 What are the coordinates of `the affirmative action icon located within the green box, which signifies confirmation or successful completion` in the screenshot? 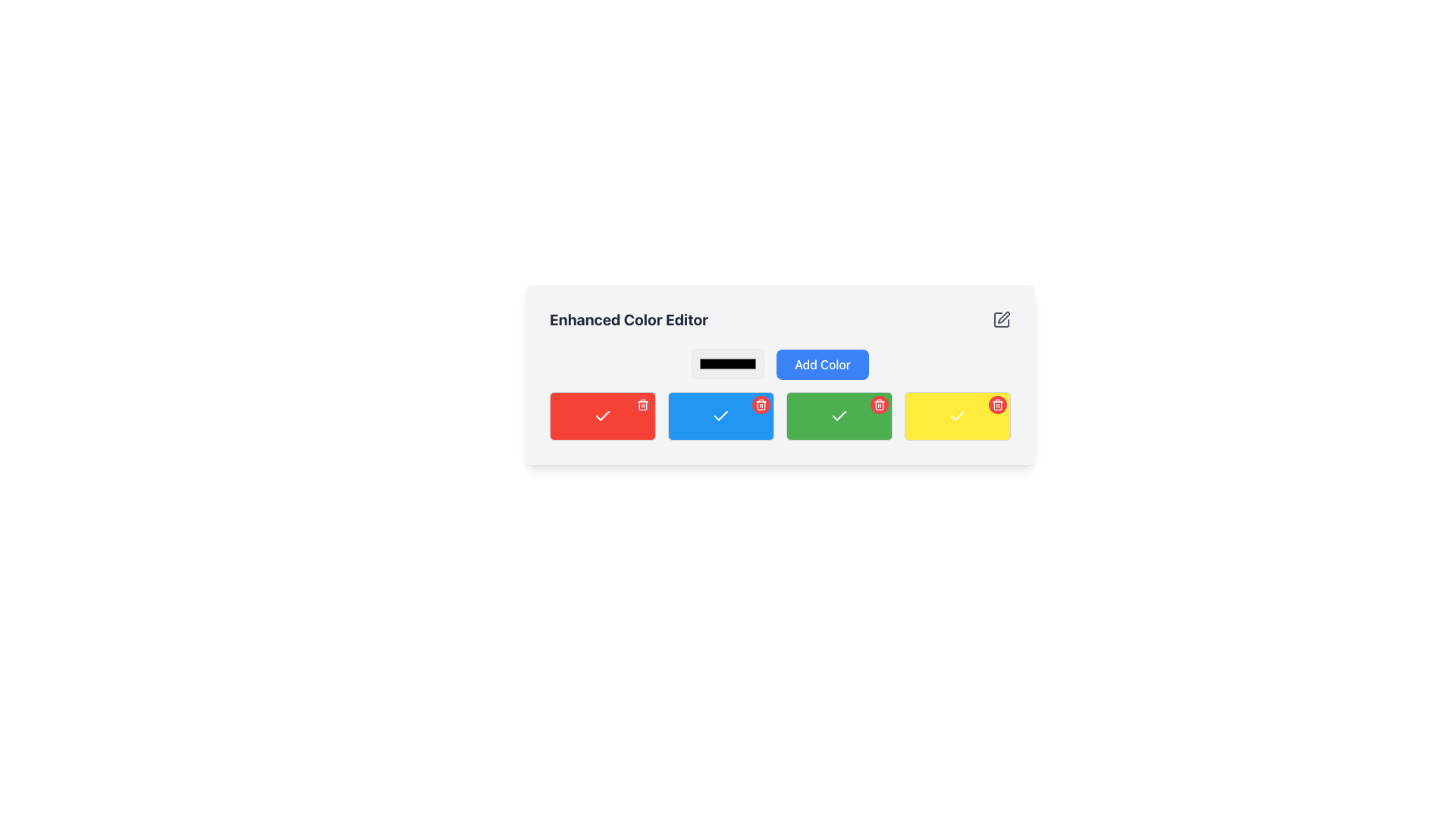 It's located at (839, 416).